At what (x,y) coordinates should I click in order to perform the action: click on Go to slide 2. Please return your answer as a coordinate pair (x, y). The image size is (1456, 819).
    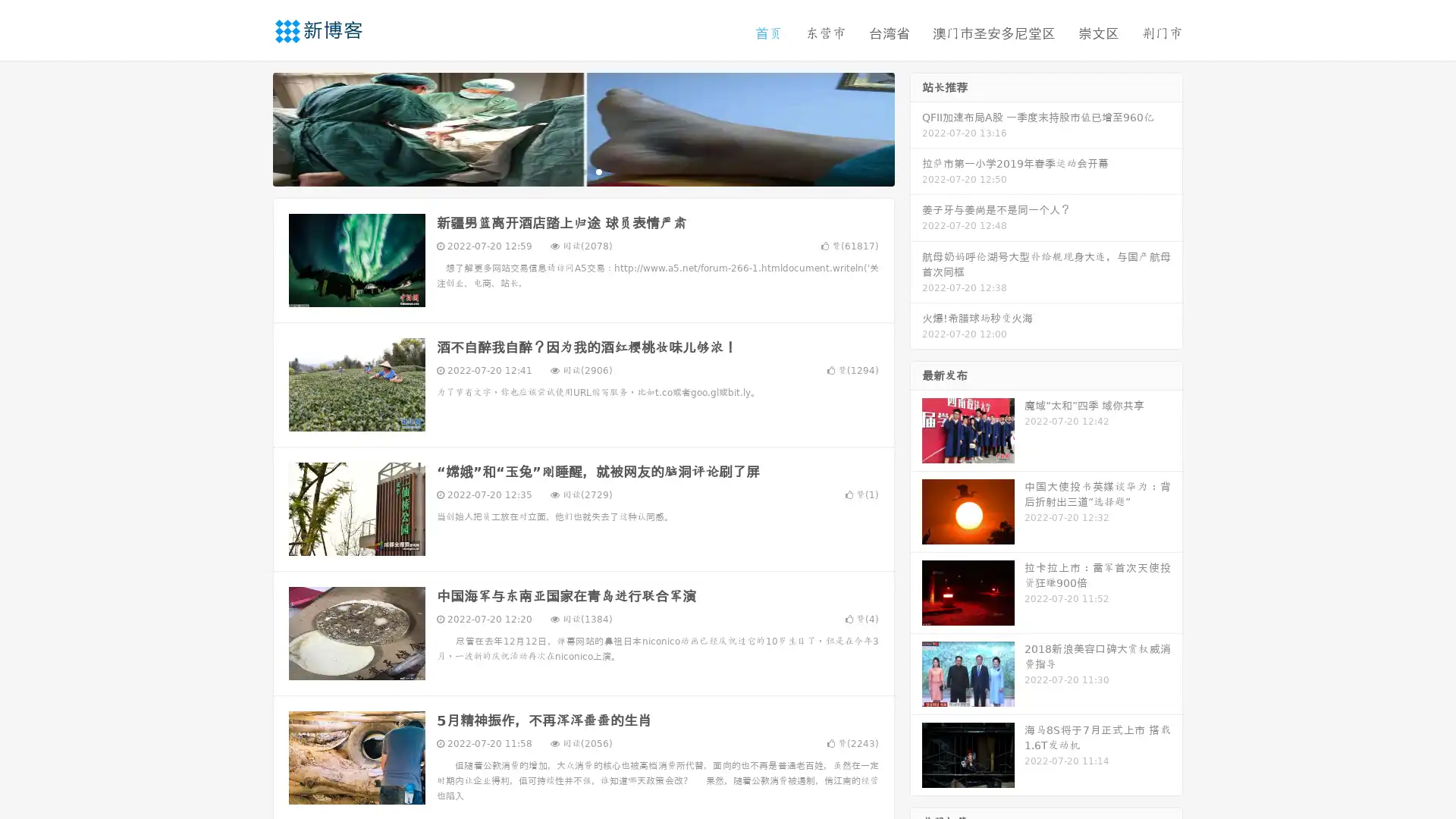
    Looking at the image, I should click on (582, 171).